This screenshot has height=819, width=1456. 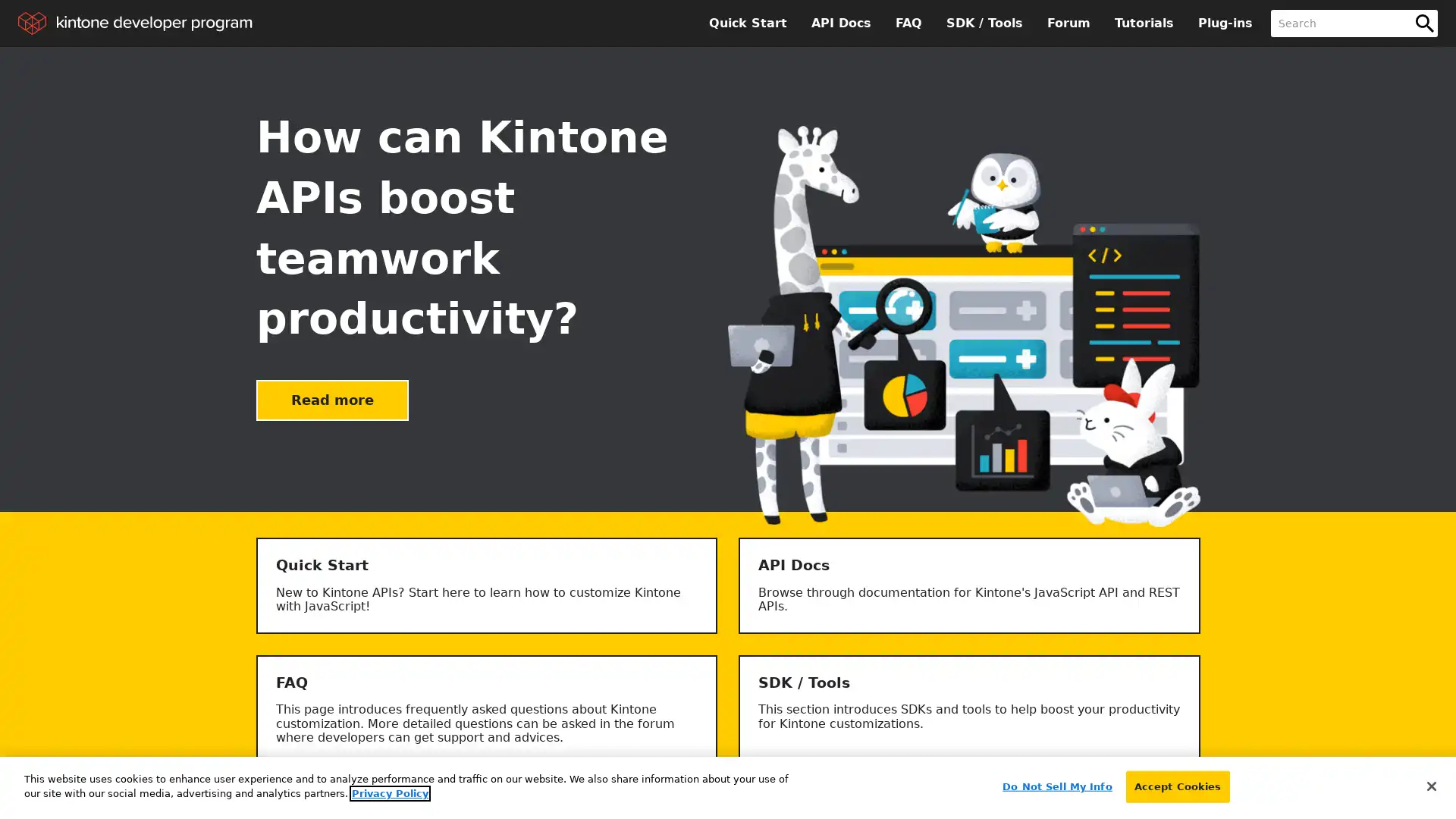 I want to click on Search, so click(x=1423, y=23).